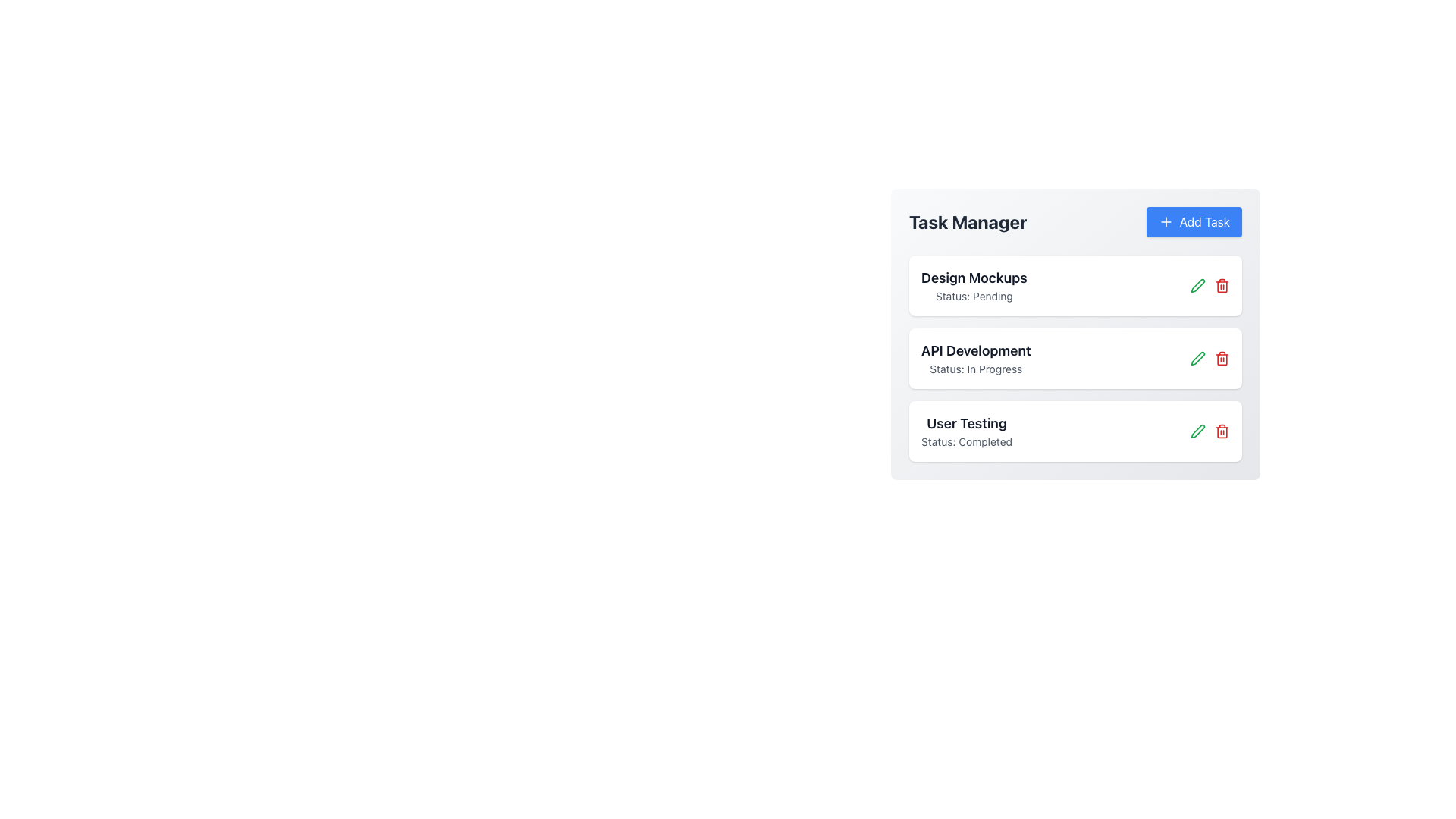  I want to click on the static text label displaying 'Status: Completed' located beneath the 'User Testing' task card in the vertical list of task statuses, so click(966, 441).